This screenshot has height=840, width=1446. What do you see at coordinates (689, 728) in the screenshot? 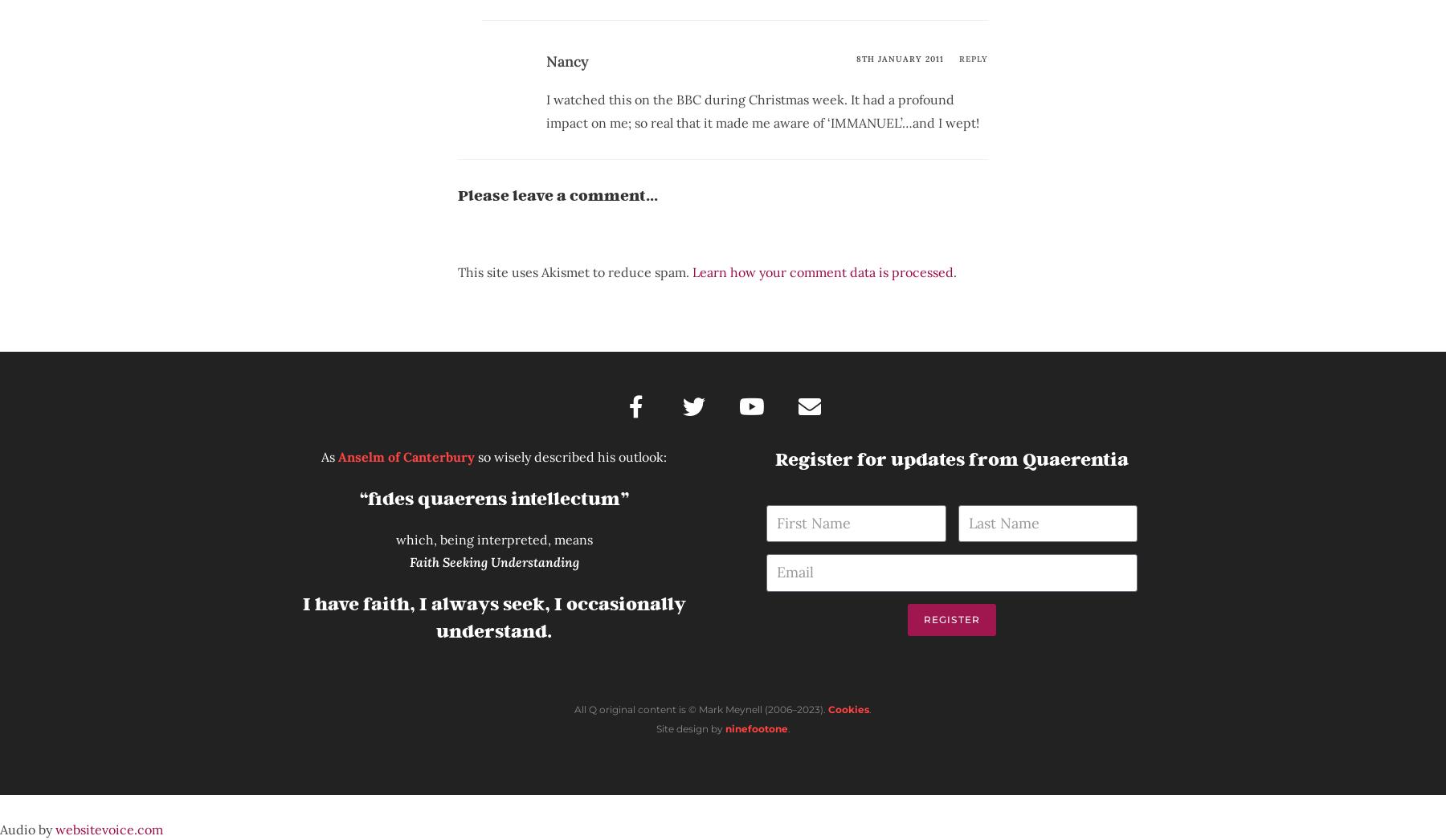
I see `'Site design by'` at bounding box center [689, 728].